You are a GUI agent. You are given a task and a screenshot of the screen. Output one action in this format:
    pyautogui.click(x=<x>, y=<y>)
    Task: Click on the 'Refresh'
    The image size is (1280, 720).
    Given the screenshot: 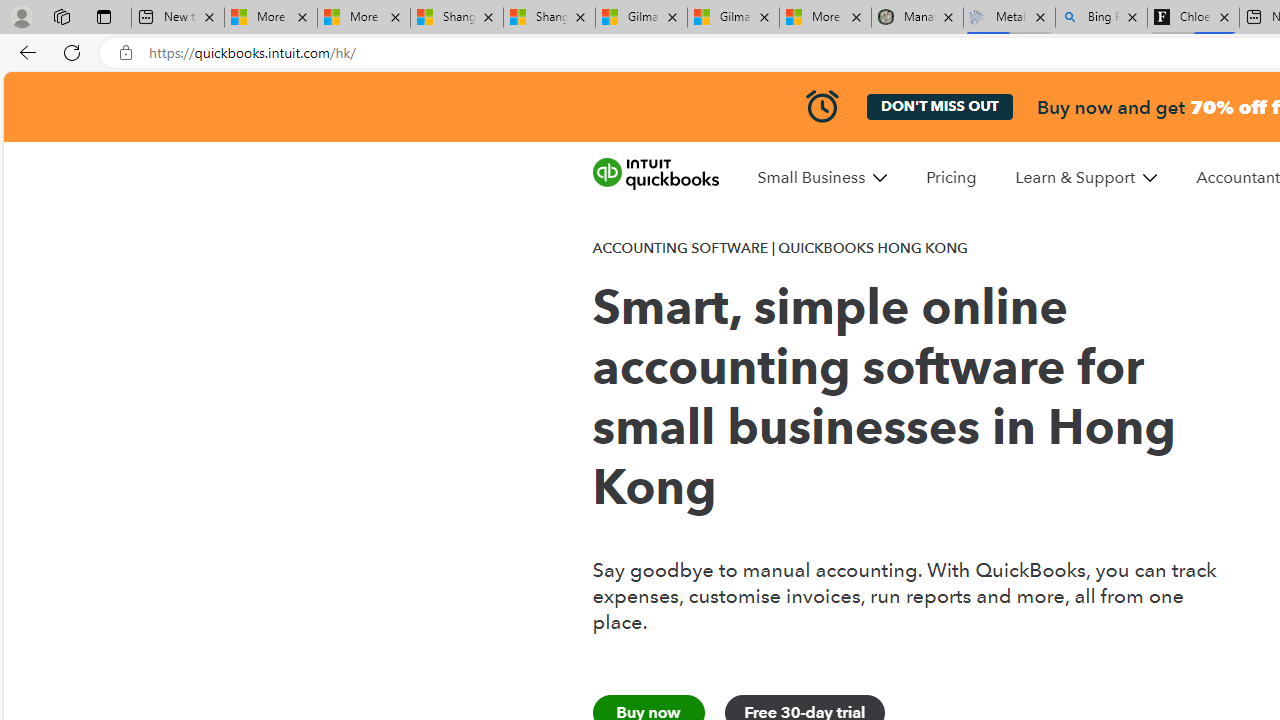 What is the action you would take?
    pyautogui.click(x=72, y=51)
    